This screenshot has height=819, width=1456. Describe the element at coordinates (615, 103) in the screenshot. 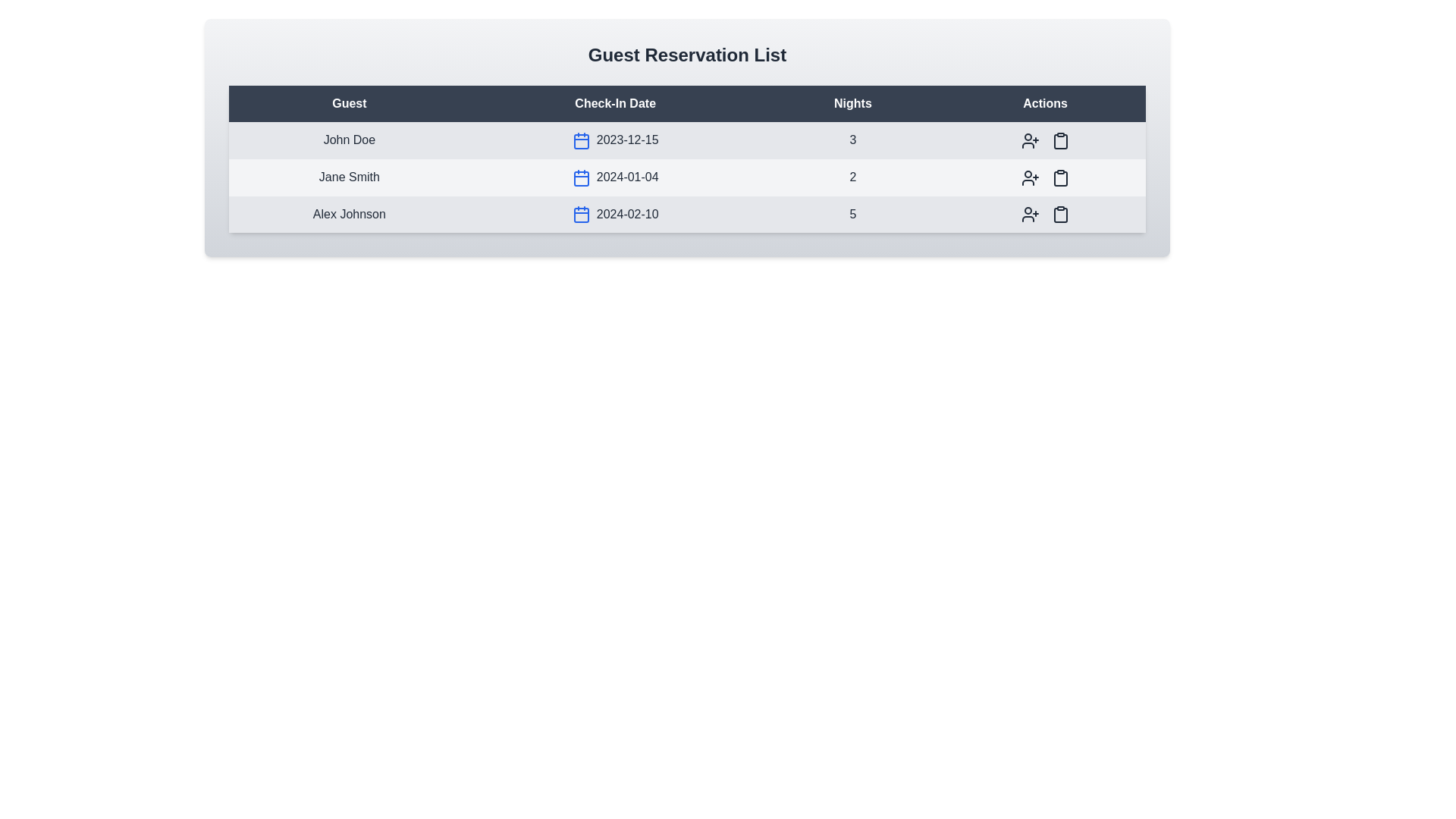

I see `the 'Check-In Date' label, which displays the text in white on a dark gray background, positioned between 'Guest' and 'Nights' in the header row` at that location.